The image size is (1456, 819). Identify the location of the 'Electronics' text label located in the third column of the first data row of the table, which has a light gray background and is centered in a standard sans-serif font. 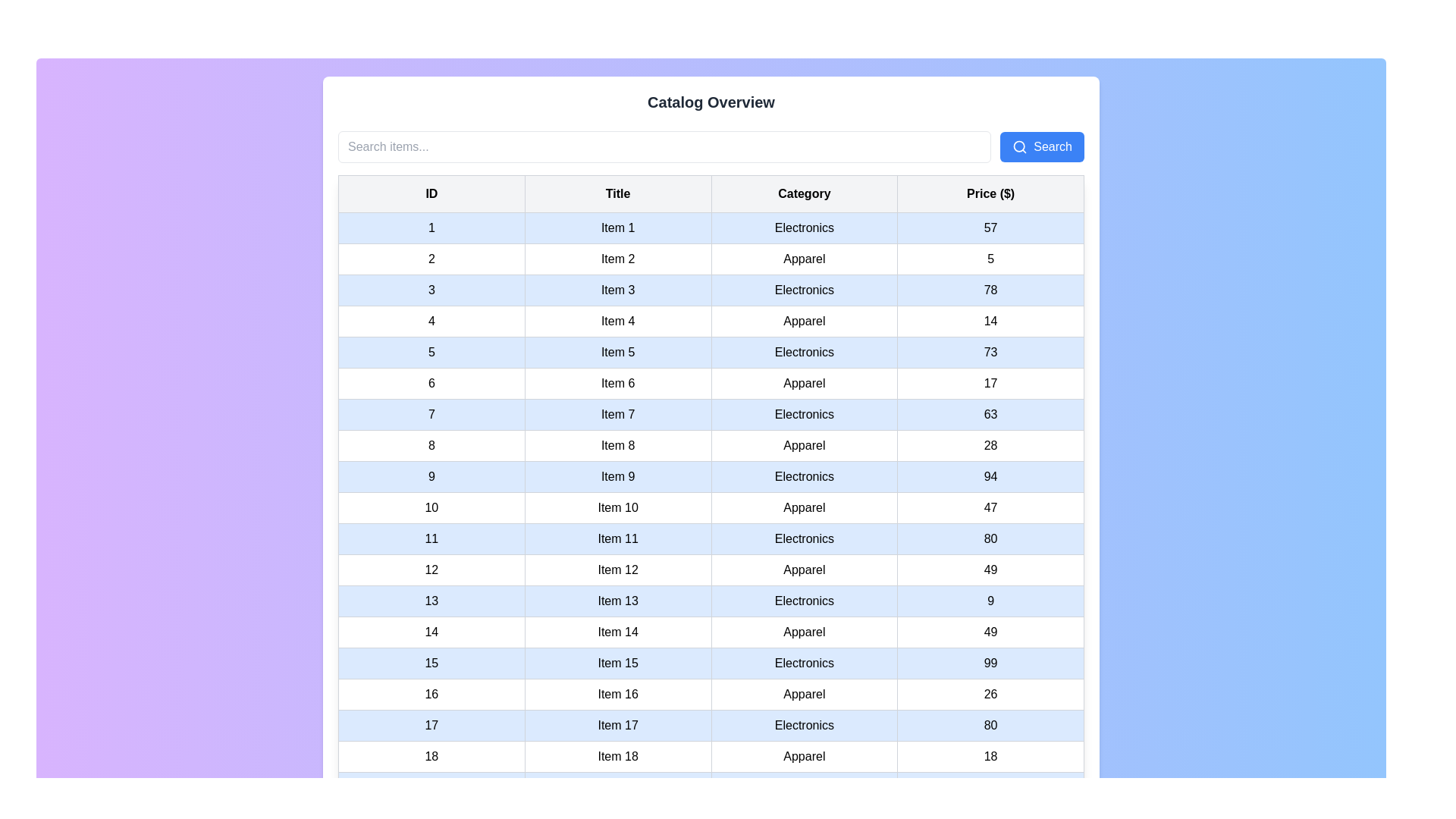
(803, 227).